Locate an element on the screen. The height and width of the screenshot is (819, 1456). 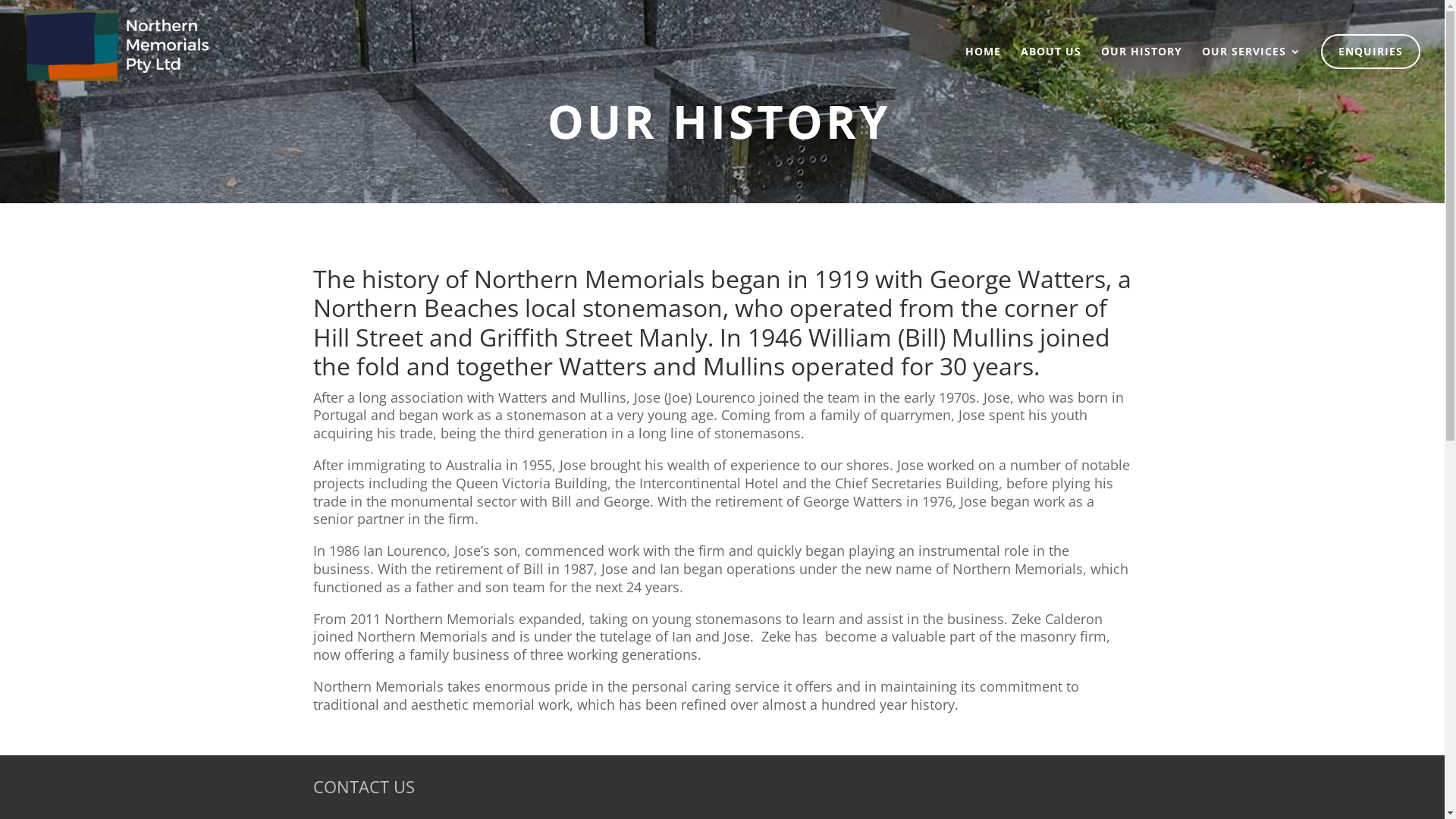
'HOME' is located at coordinates (983, 68).